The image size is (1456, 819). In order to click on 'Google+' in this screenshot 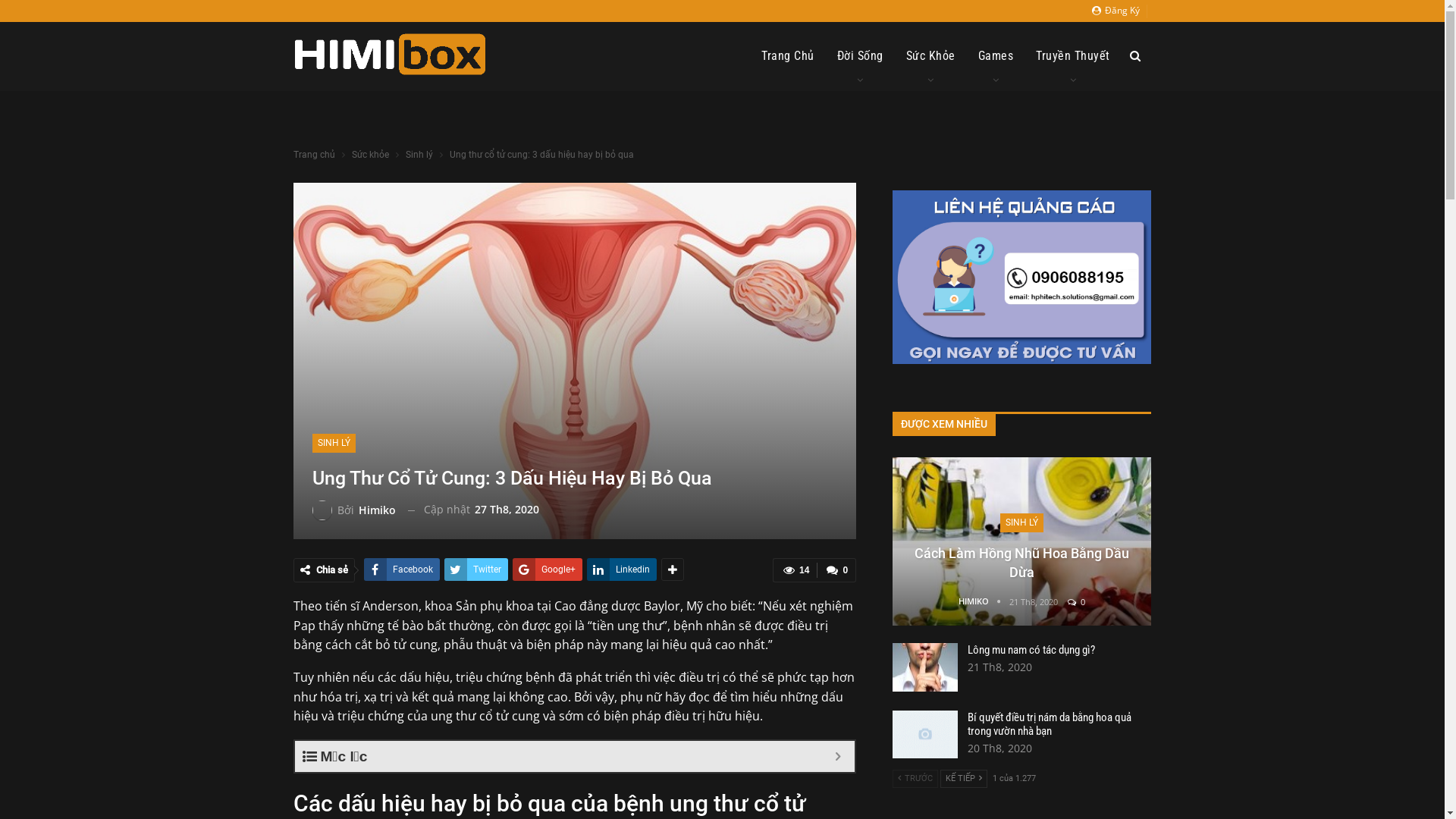, I will do `click(546, 570)`.